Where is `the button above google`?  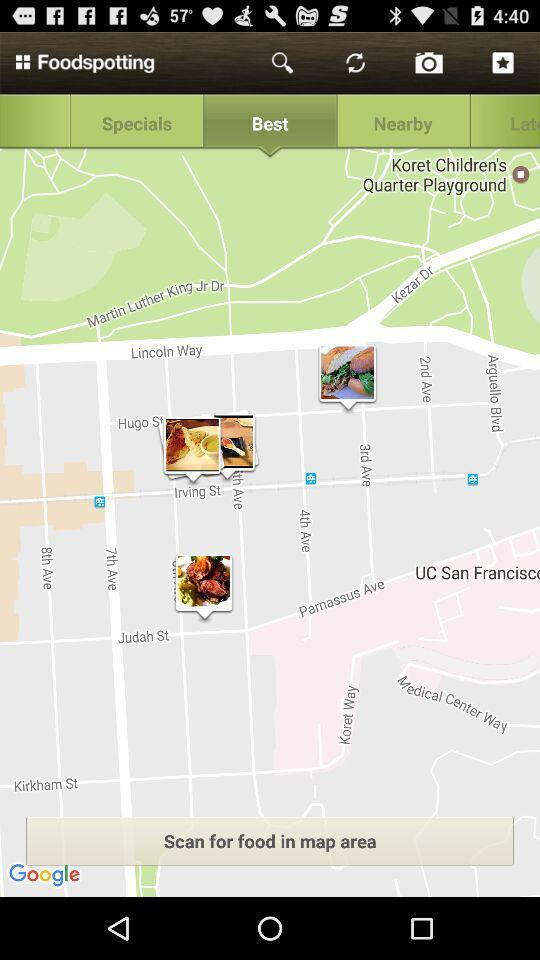
the button above google is located at coordinates (270, 840).